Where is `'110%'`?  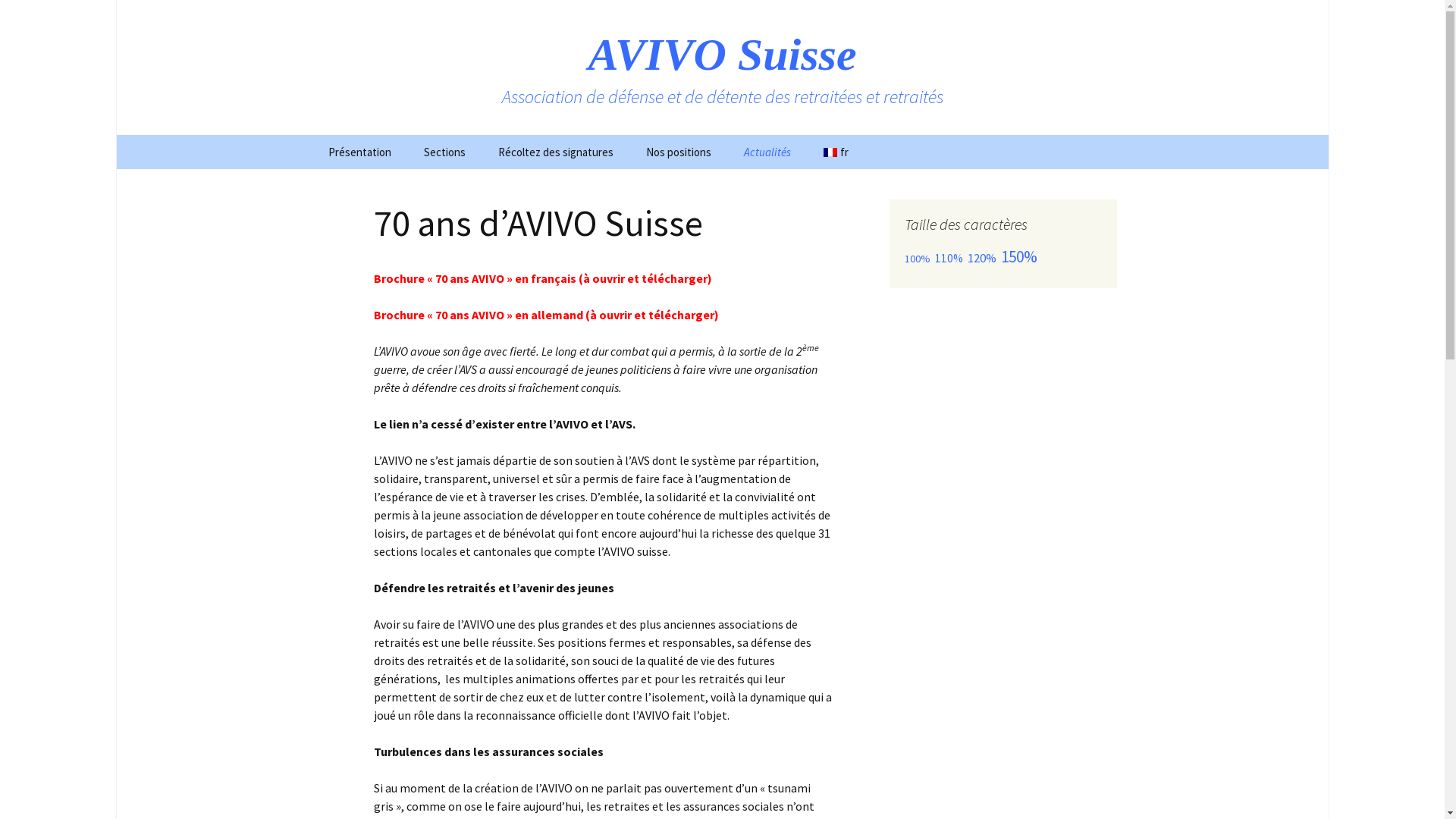
'110%' is located at coordinates (947, 257).